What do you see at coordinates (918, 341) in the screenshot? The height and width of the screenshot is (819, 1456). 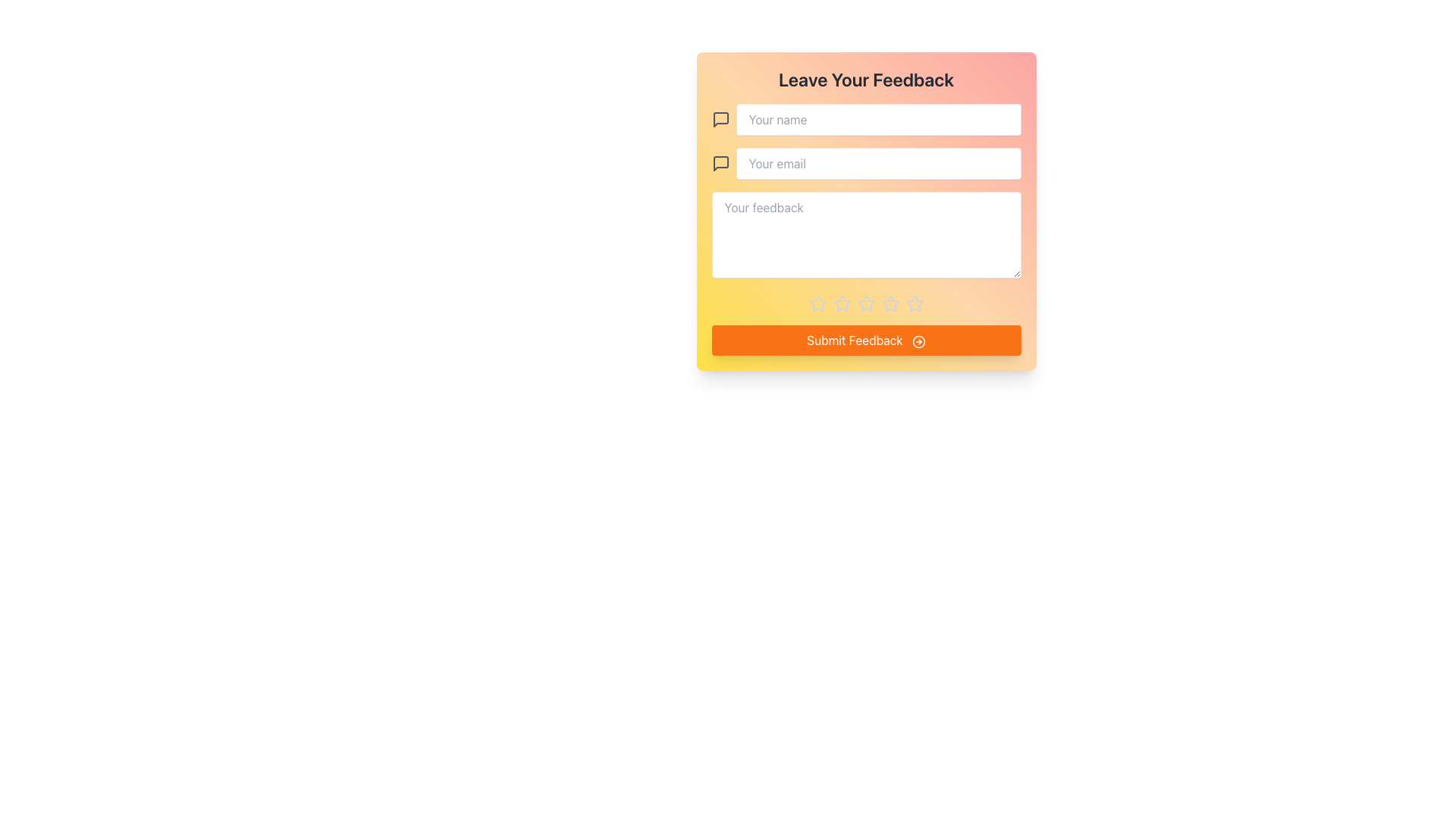 I see `the Circle (SVG Element) that serves as the outer circular border of the 'circle-arrow-right' icon, located near the bottom-right corner of the 'Submit Feedback' button` at bounding box center [918, 341].